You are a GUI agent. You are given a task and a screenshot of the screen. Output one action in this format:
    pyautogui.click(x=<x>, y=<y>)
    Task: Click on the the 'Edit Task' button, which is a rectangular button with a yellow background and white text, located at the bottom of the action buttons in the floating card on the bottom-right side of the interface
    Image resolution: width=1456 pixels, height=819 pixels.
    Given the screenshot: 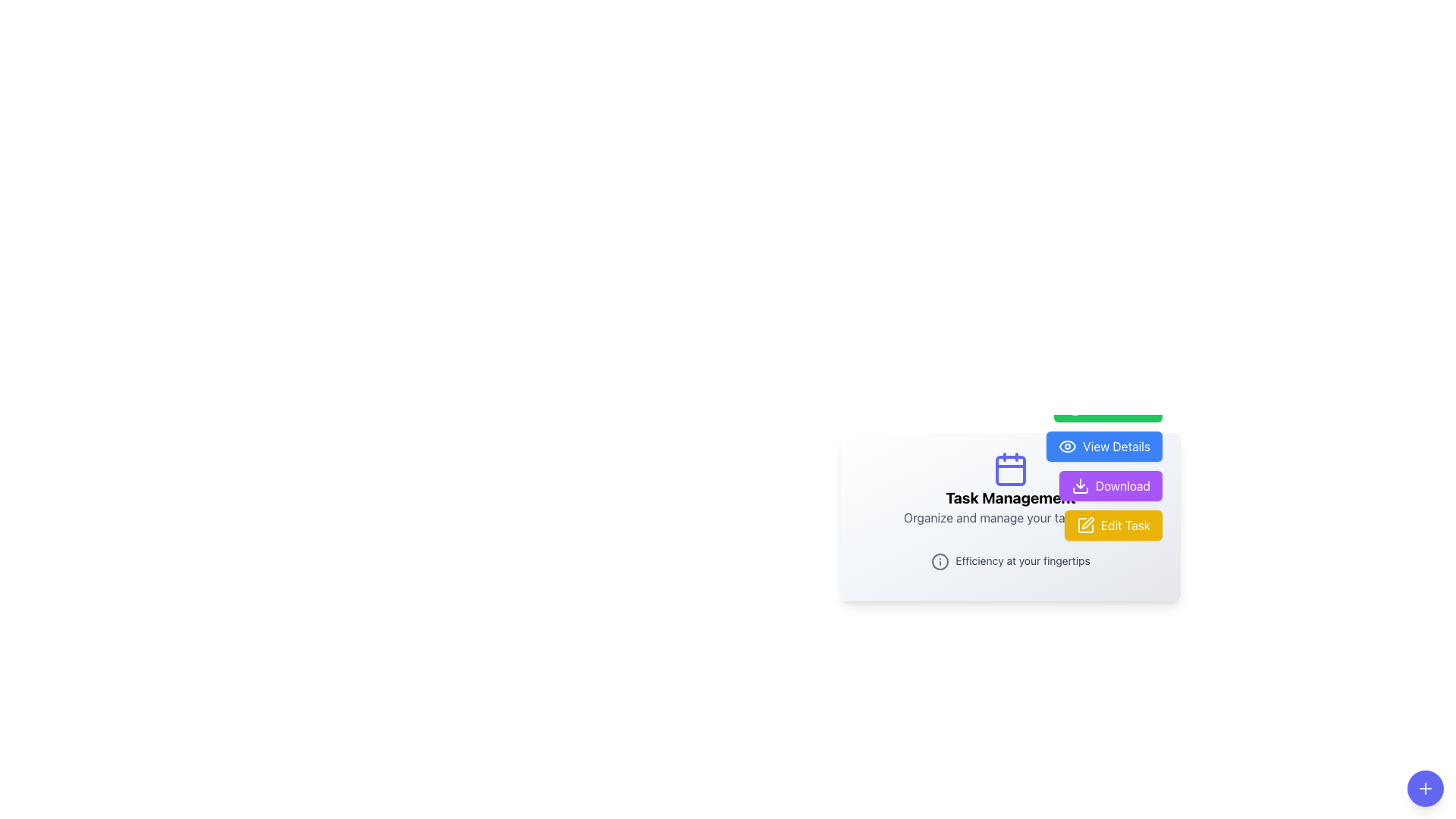 What is the action you would take?
    pyautogui.click(x=1113, y=524)
    